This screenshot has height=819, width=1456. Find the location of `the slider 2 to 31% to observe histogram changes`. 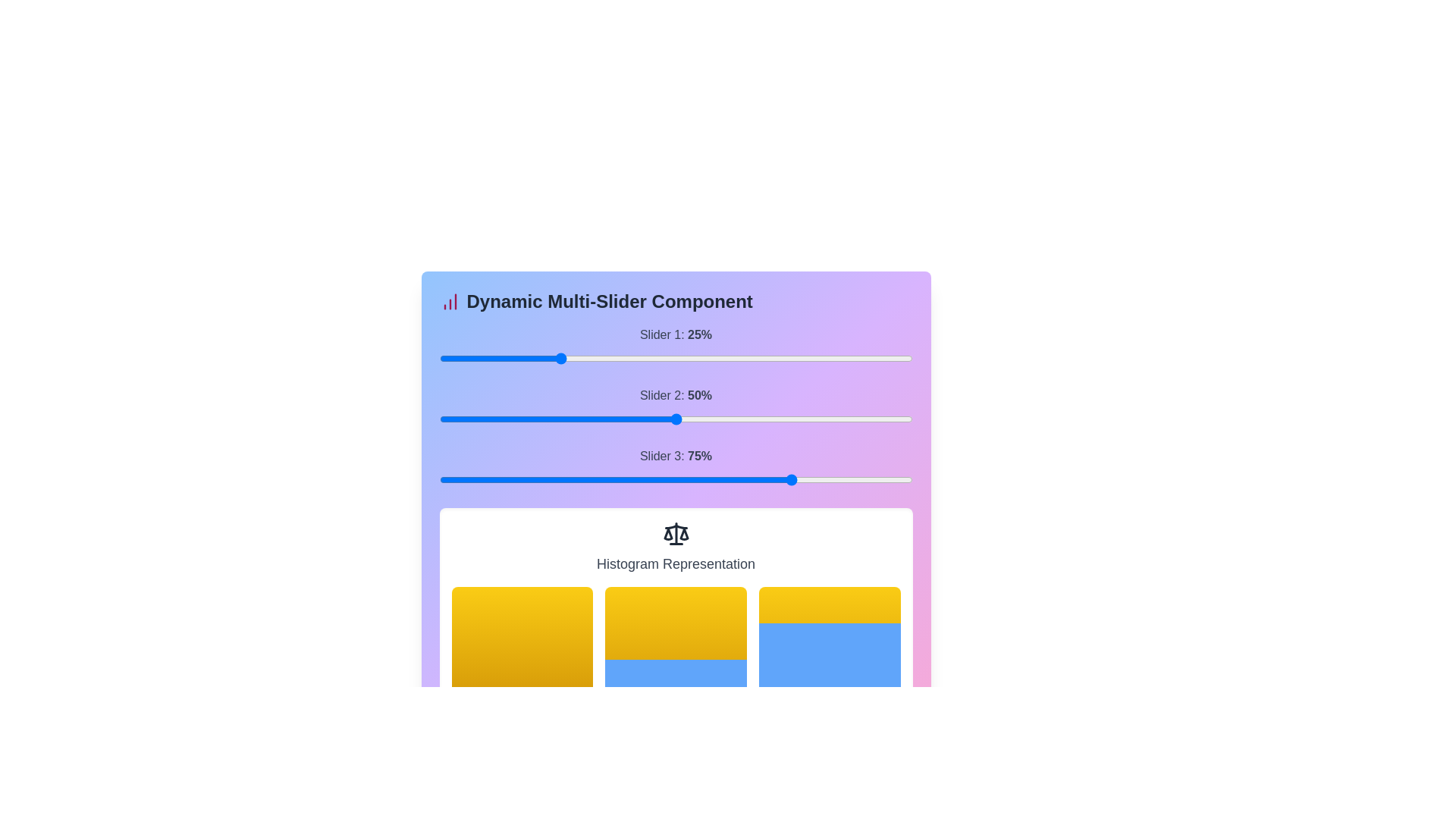

the slider 2 to 31% to observe histogram changes is located at coordinates (749, 419).